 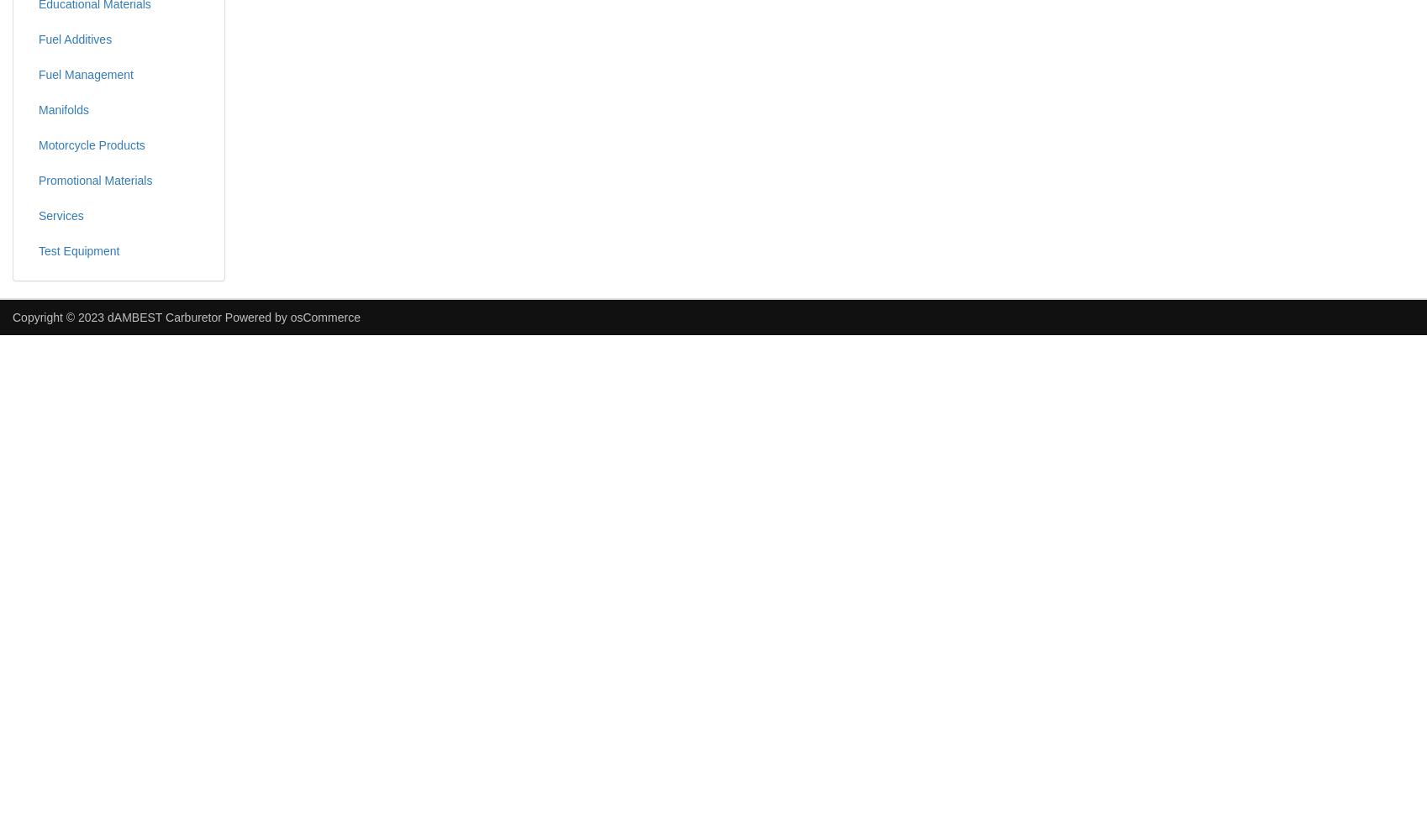 What do you see at coordinates (94, 179) in the screenshot?
I see `'Promotional Materials'` at bounding box center [94, 179].